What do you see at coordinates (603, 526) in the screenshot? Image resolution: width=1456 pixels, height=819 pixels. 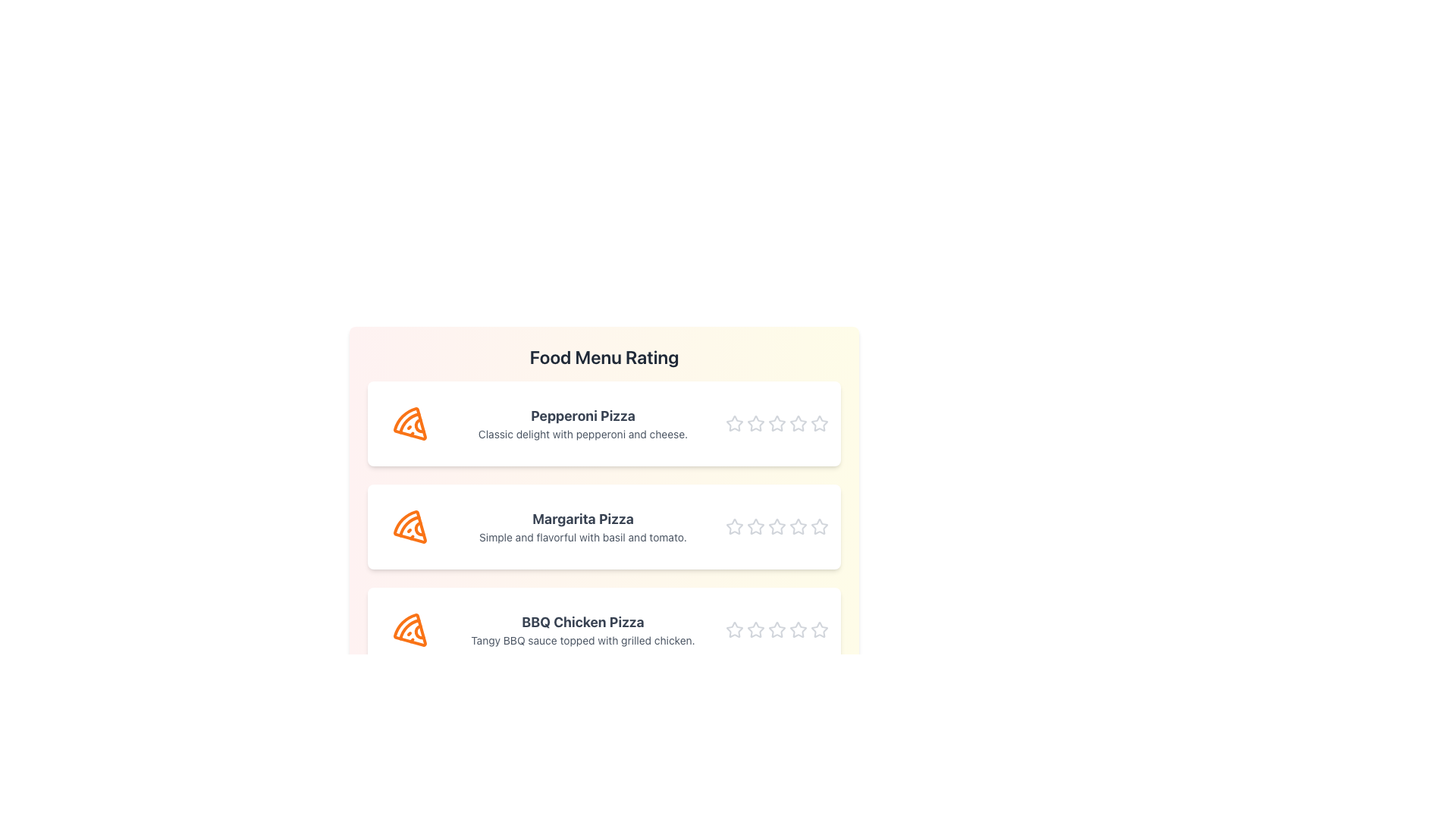 I see `a menu item from the vertical list displaying dishes with details such as names, descriptions, and ratings` at bounding box center [603, 526].